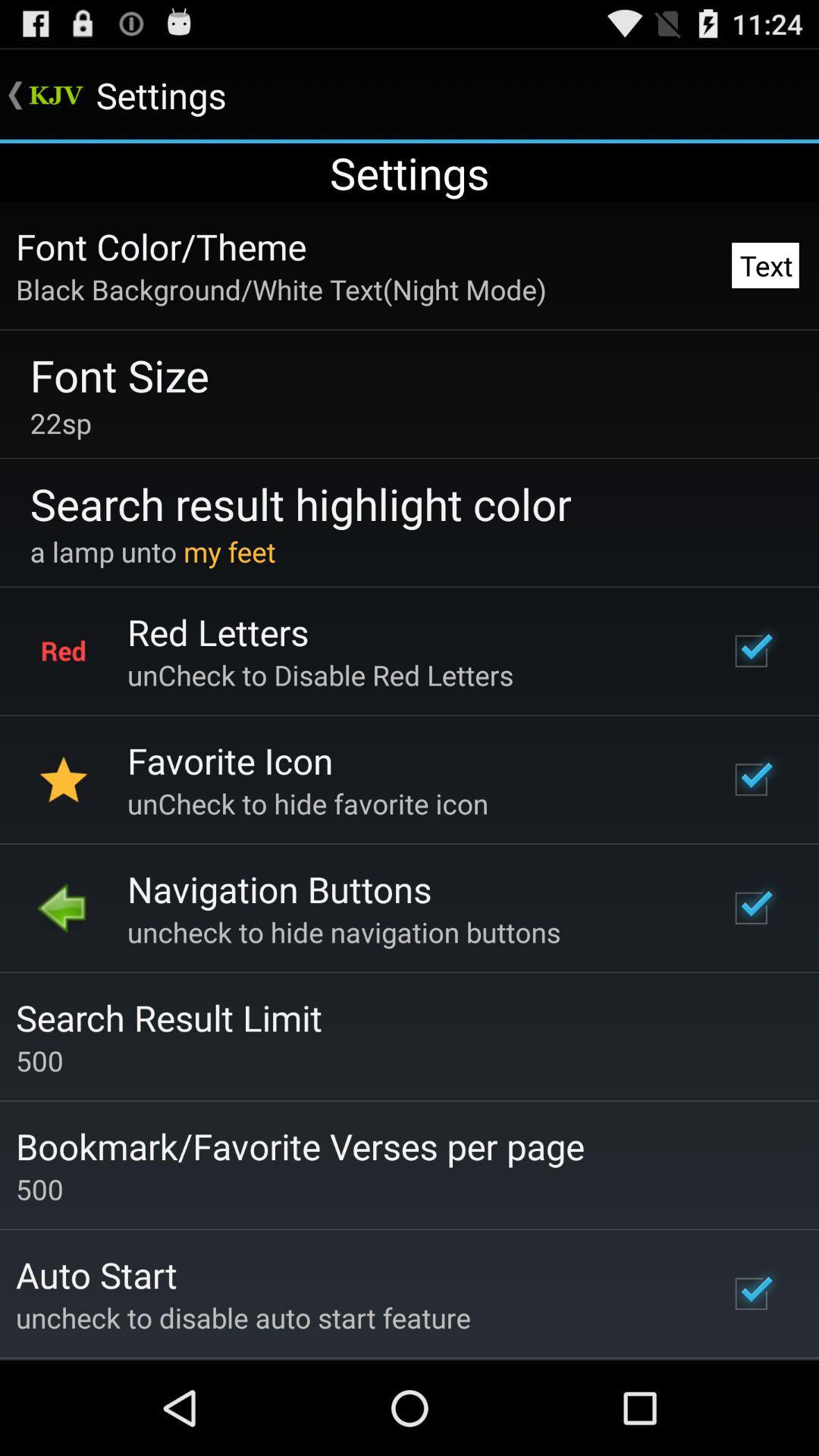 This screenshot has height=1456, width=819. Describe the element at coordinates (118, 375) in the screenshot. I see `icon below the black background white` at that location.